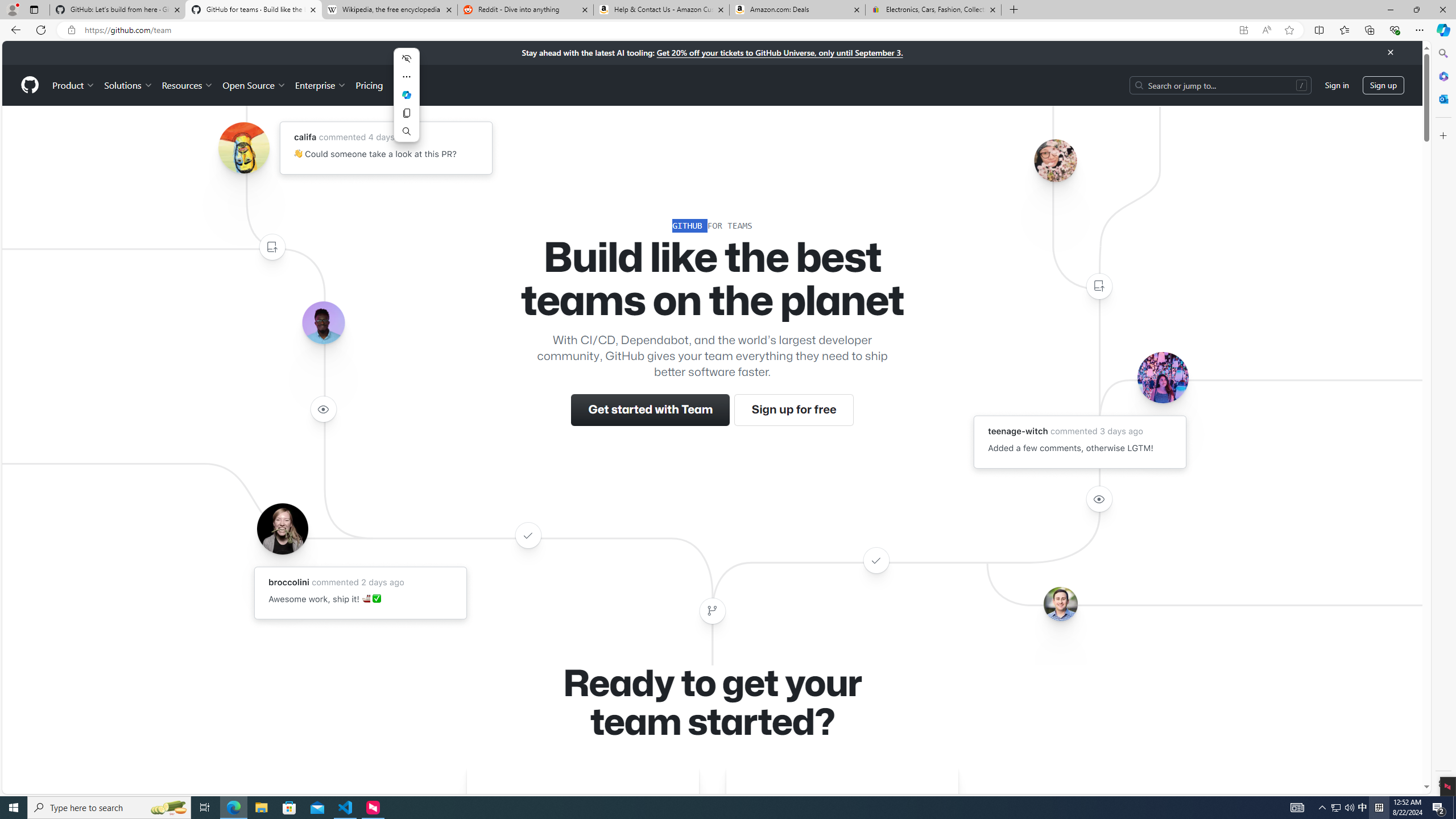 This screenshot has height=819, width=1456. Describe the element at coordinates (1059, 603) in the screenshot. I see `'Avatar of the user benbalter'` at that location.